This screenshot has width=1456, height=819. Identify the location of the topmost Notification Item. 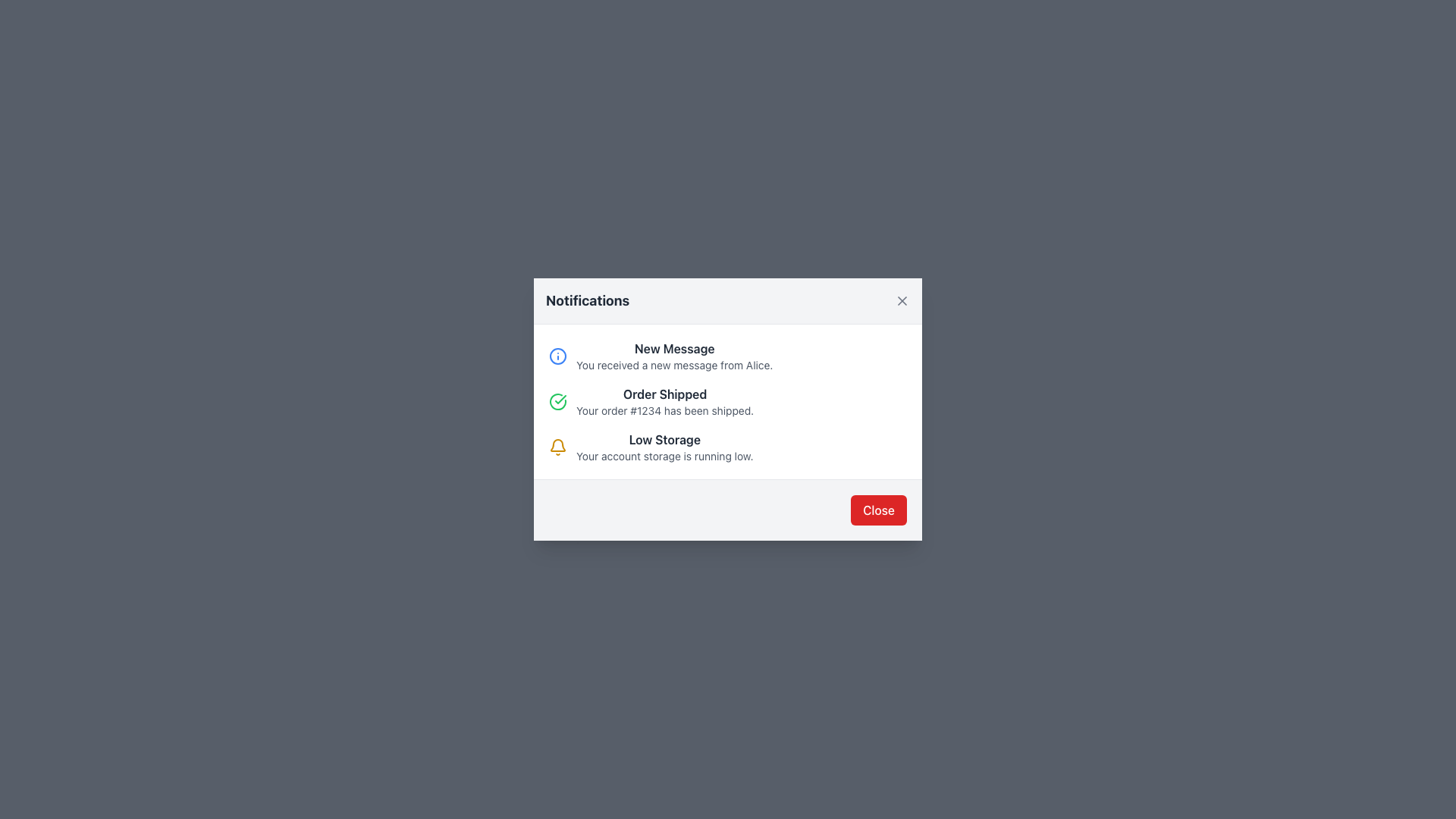
(728, 356).